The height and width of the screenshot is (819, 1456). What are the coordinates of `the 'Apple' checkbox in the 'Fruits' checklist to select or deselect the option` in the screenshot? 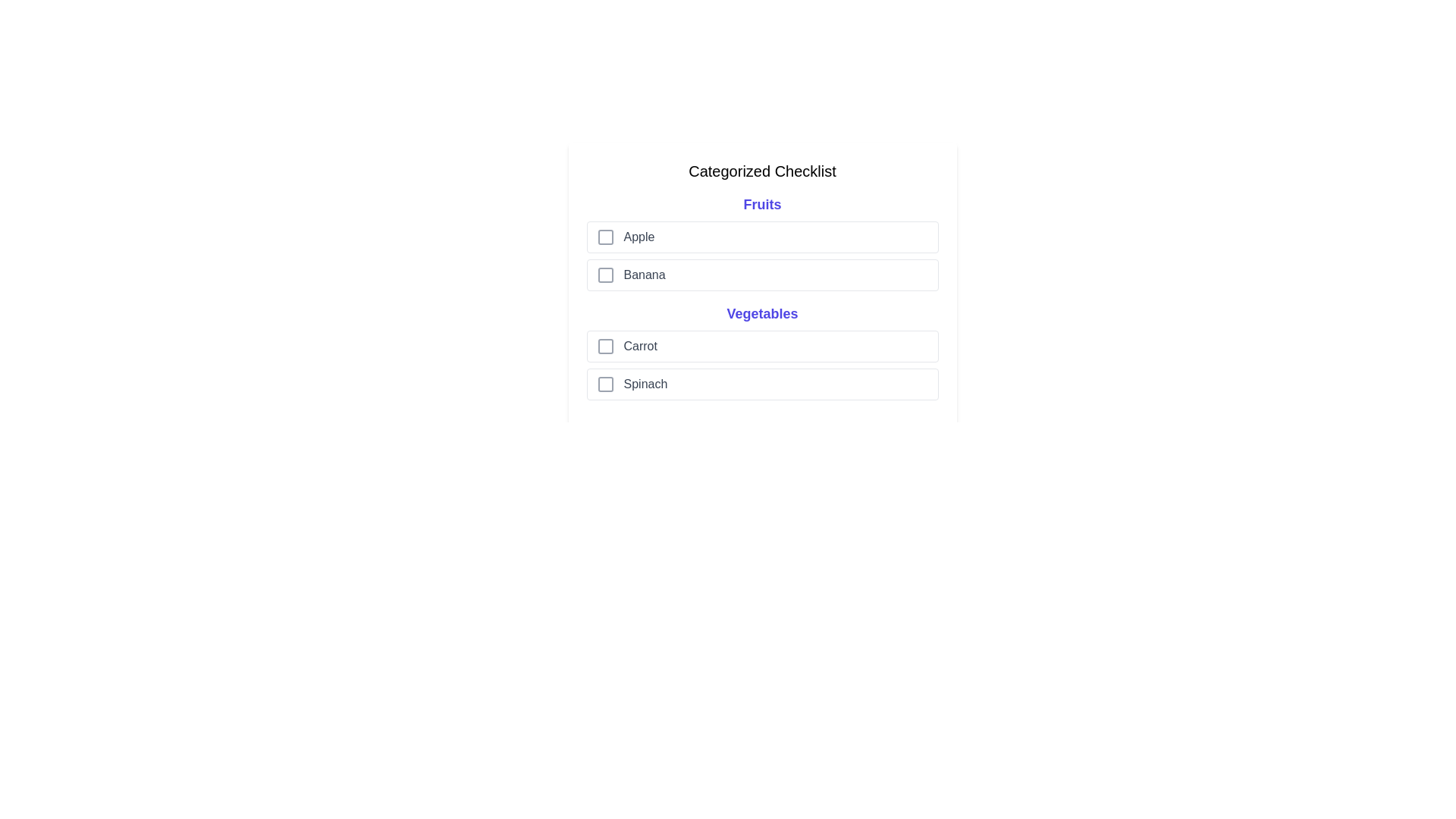 It's located at (762, 237).